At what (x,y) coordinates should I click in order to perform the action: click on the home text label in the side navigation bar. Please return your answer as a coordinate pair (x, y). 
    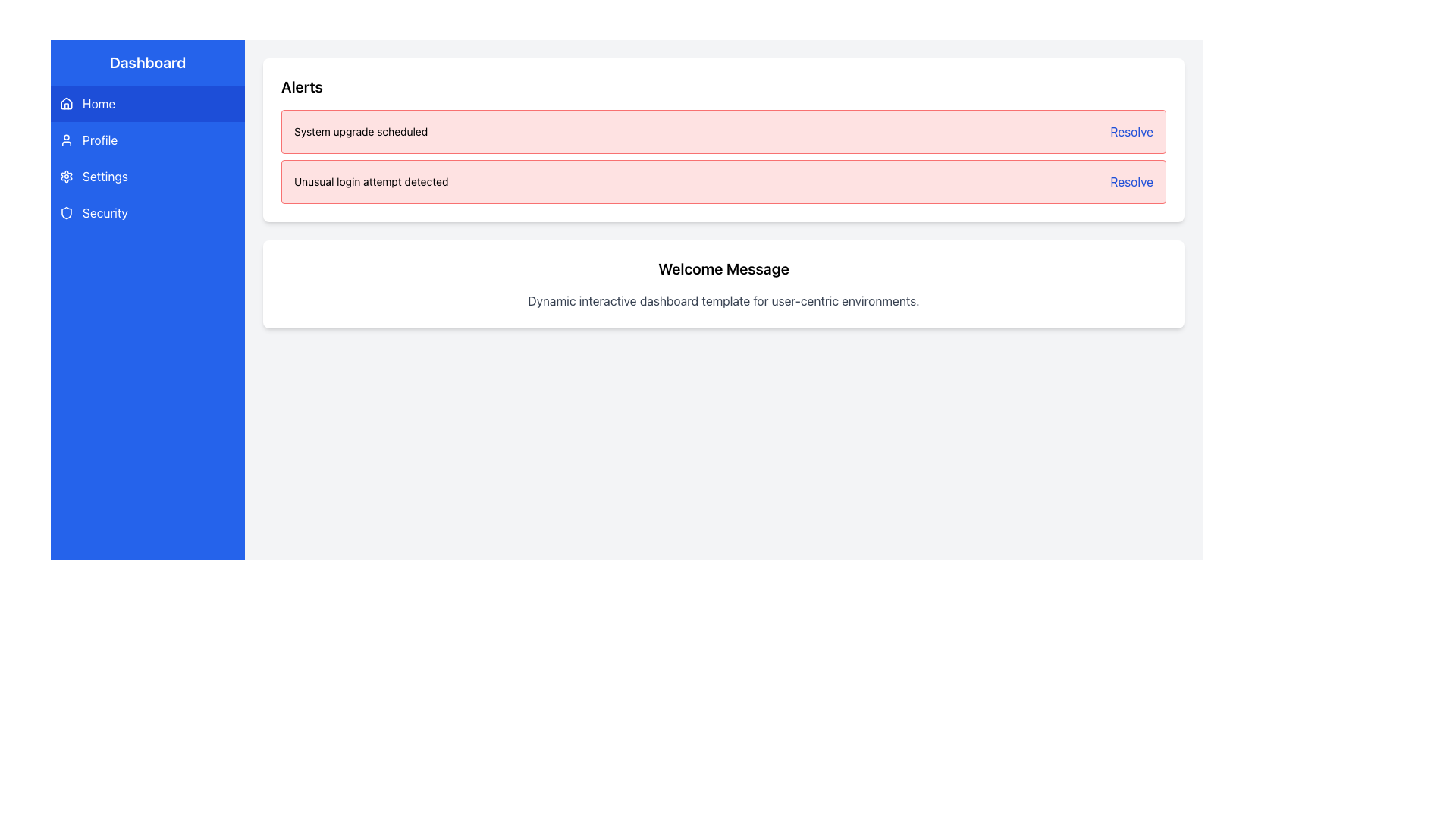
    Looking at the image, I should click on (98, 103).